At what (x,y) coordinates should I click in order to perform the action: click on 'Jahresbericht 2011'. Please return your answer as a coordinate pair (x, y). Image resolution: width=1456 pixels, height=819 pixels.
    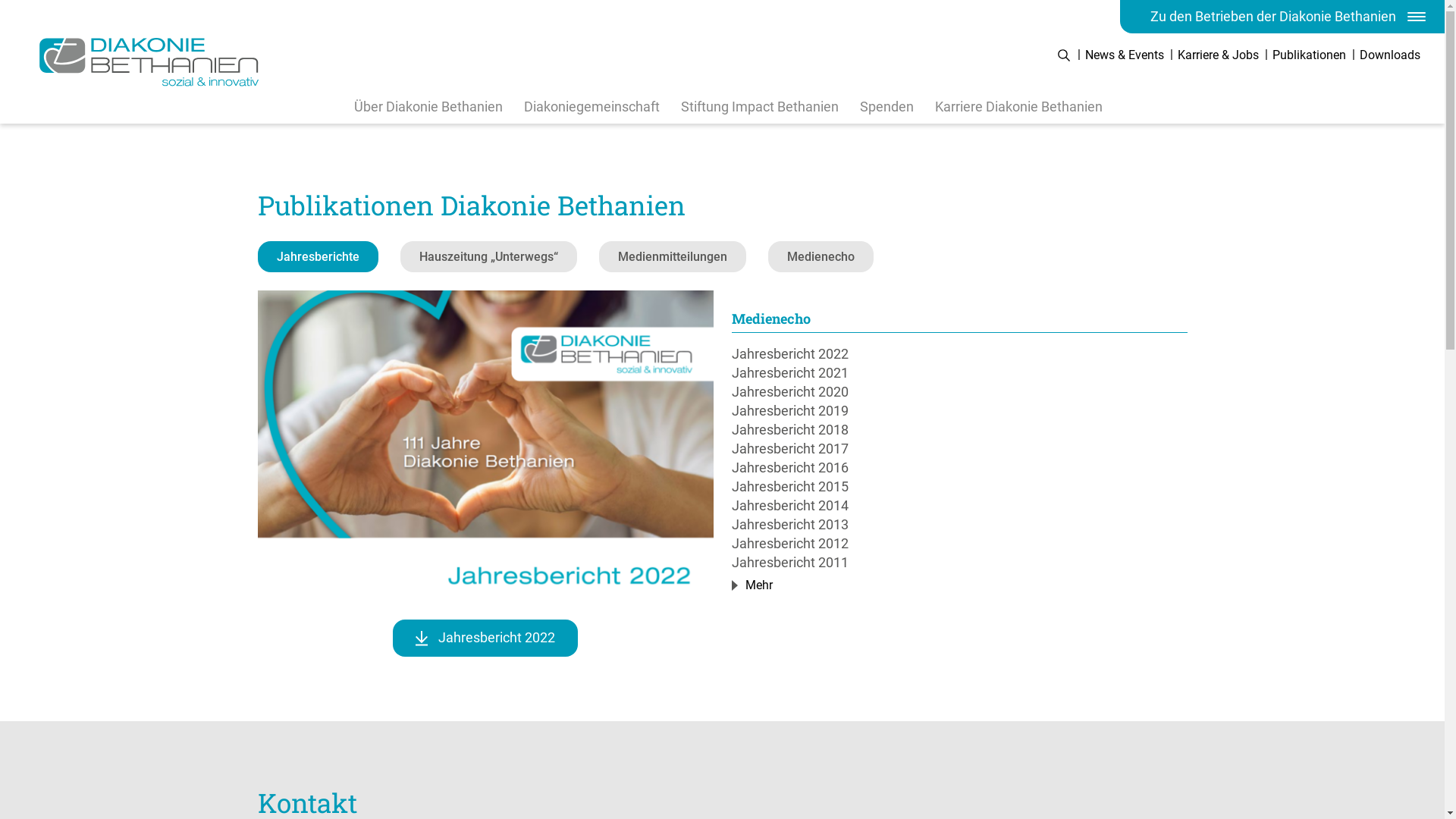
    Looking at the image, I should click on (958, 562).